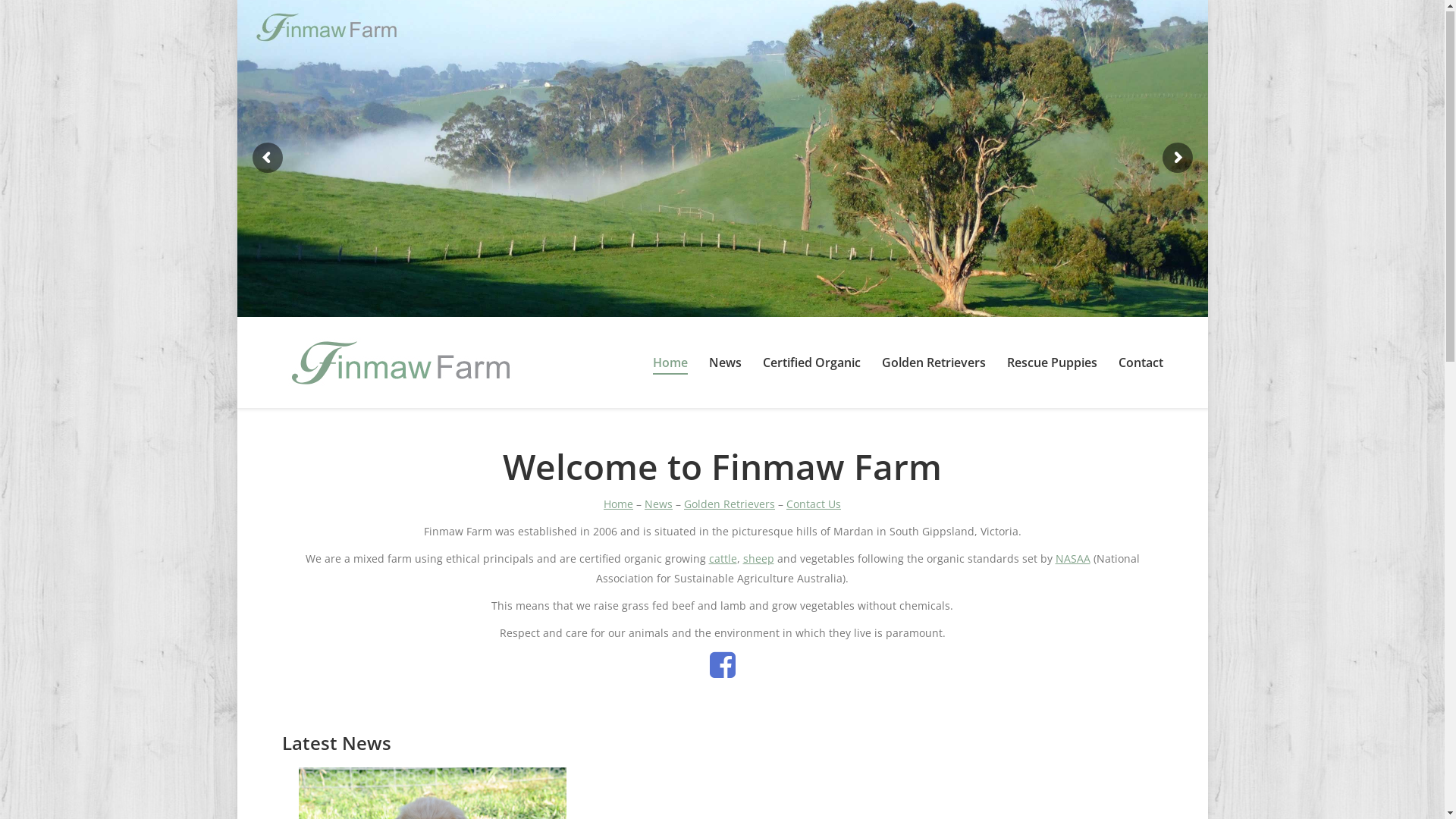  I want to click on 'Contact Us', so click(786, 505).